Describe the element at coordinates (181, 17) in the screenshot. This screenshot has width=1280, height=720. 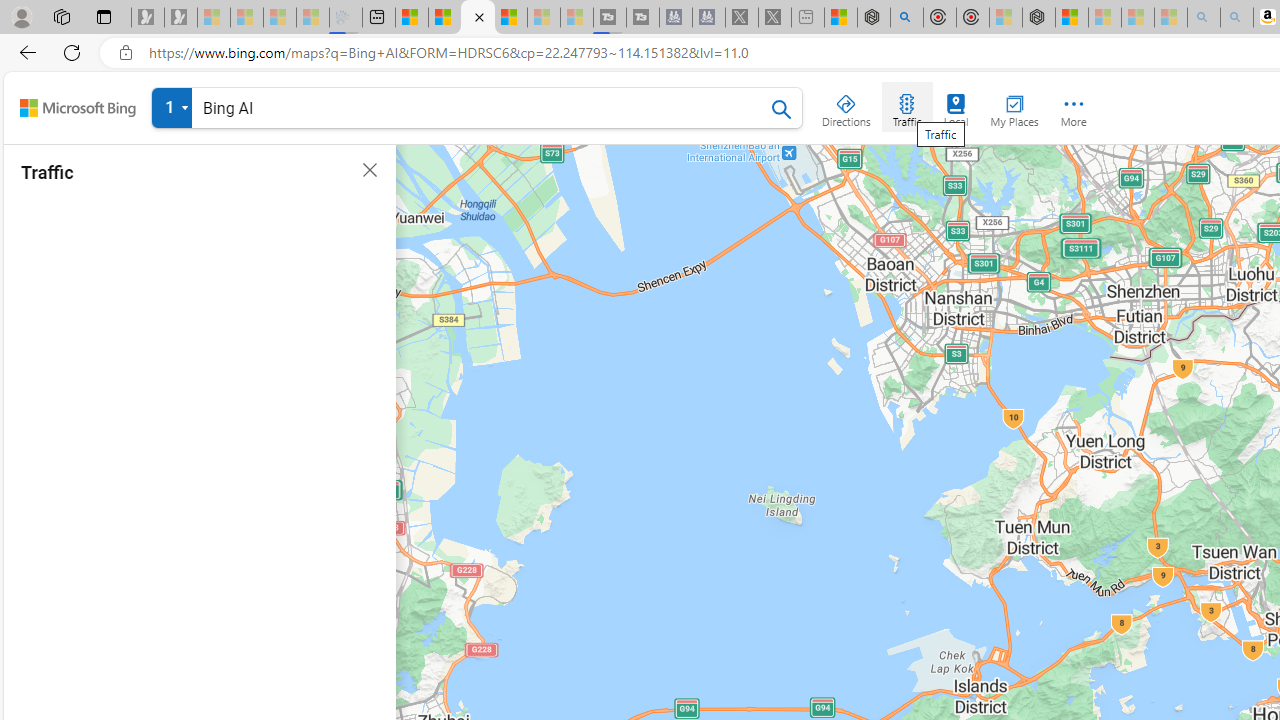
I see `'Newsletter Sign Up - Sleeping'` at that location.